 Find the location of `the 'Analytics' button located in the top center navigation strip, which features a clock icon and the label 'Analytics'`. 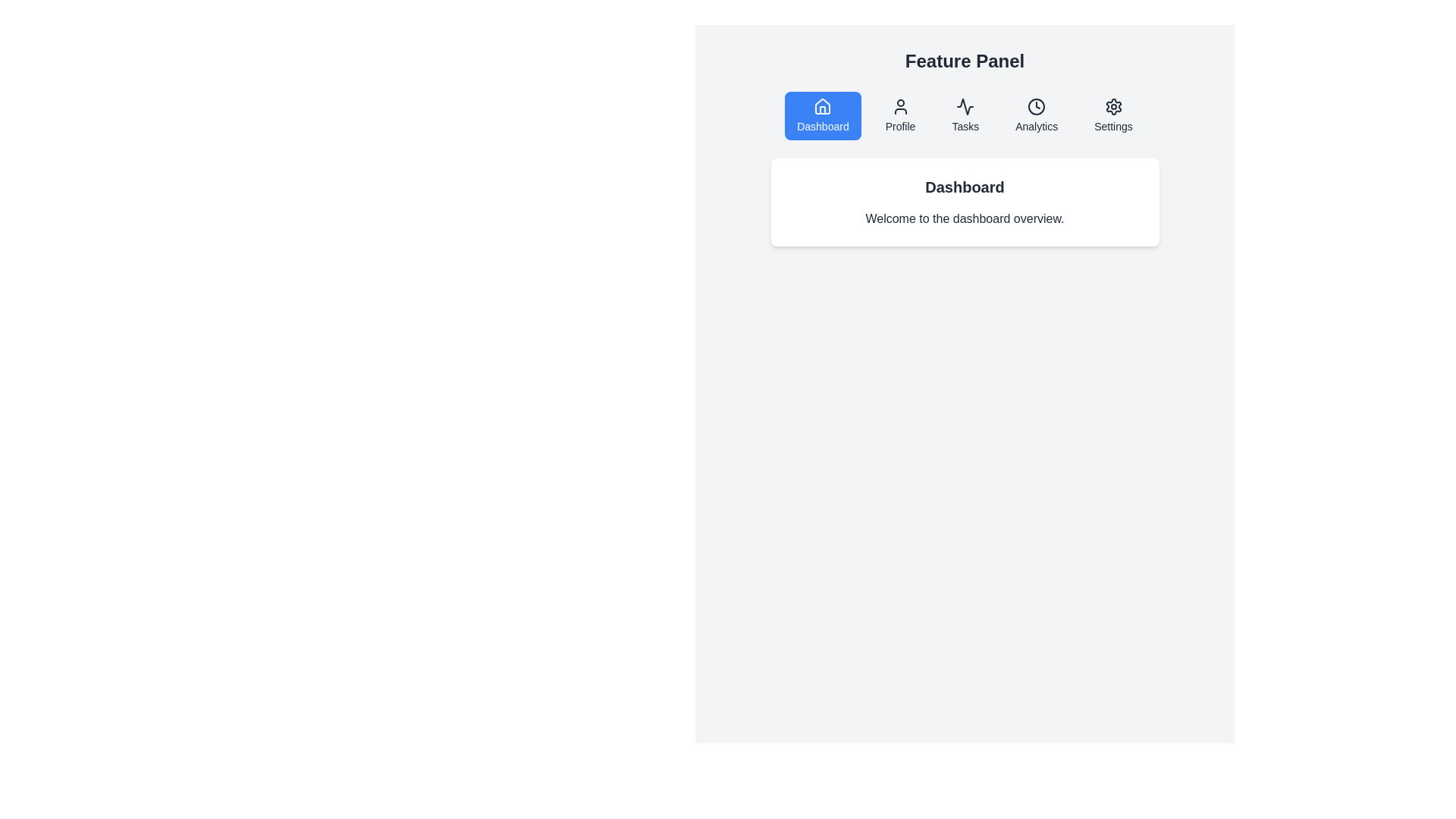

the 'Analytics' button located in the top center navigation strip, which features a clock icon and the label 'Analytics' is located at coordinates (1036, 115).